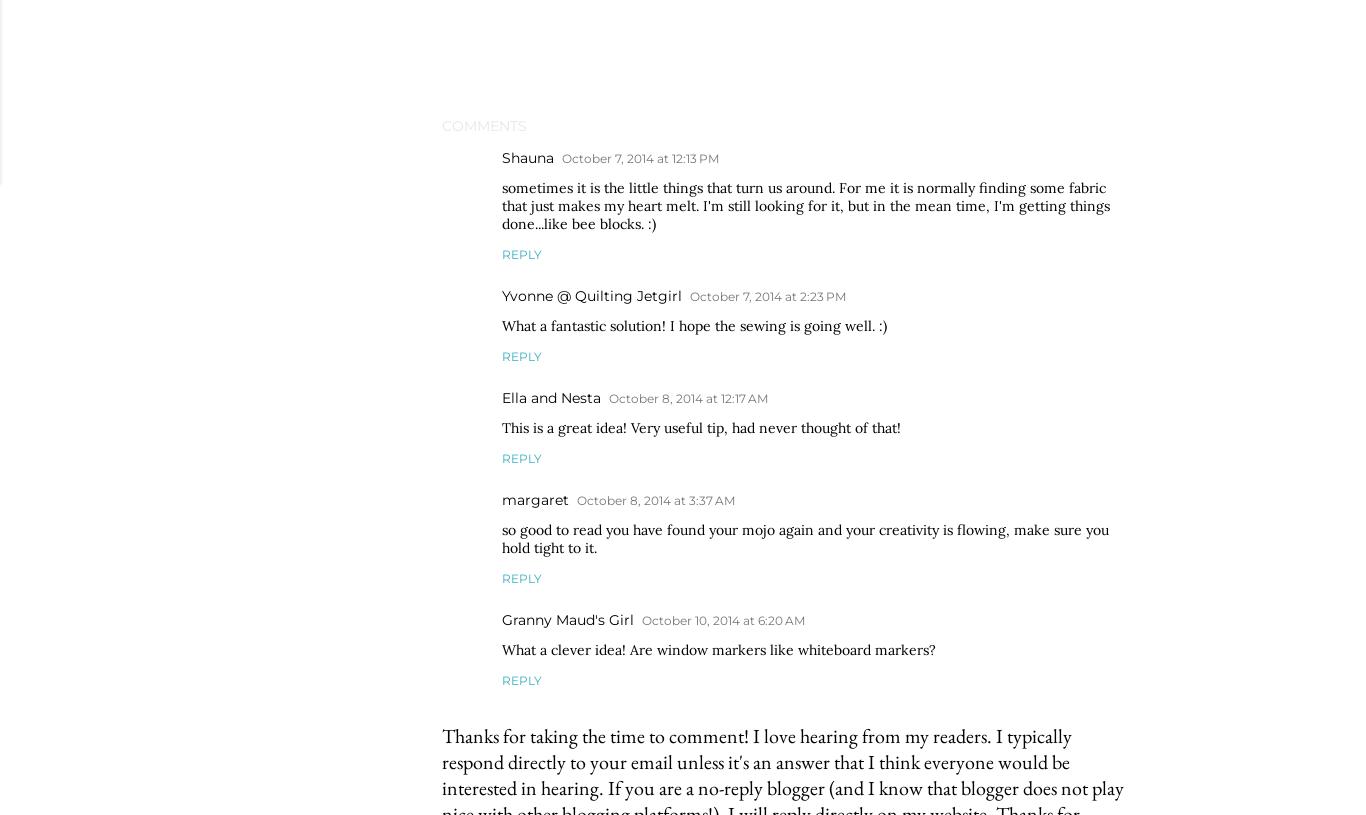 The width and height of the screenshot is (1366, 815). What do you see at coordinates (723, 619) in the screenshot?
I see `'October 10, 2014 at 6:20 AM'` at bounding box center [723, 619].